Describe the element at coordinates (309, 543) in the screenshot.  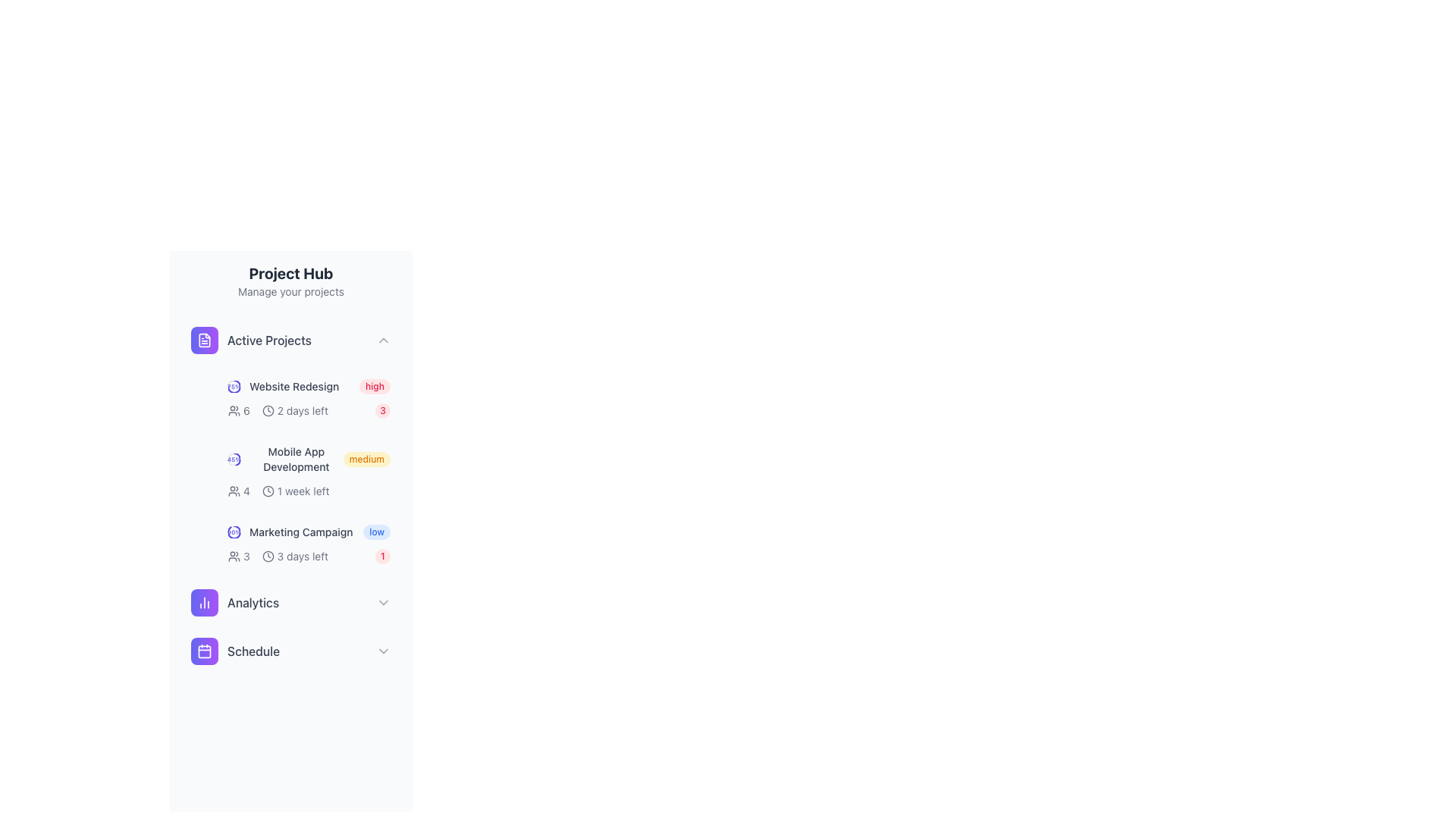
I see `the third 'Marketing Campaign' item card` at that location.